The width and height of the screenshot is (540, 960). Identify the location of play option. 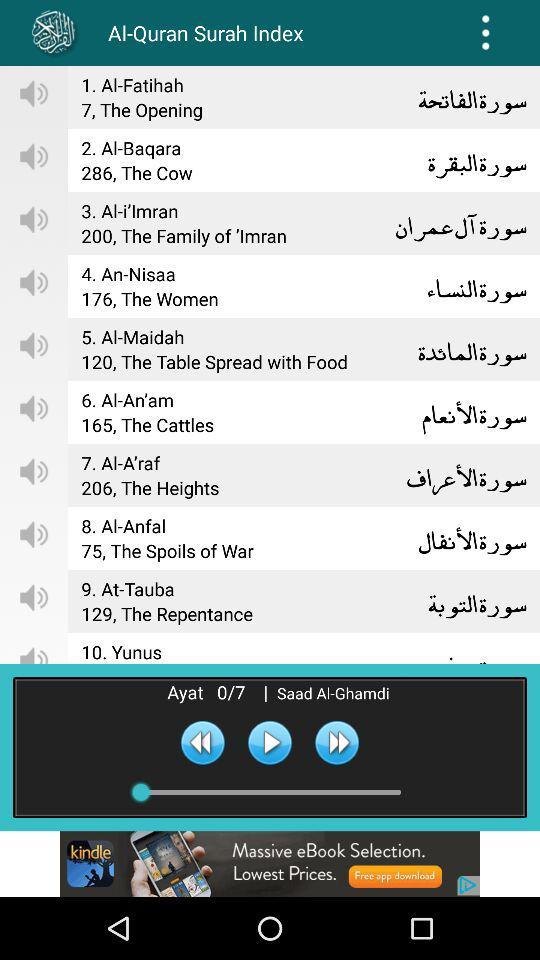
(270, 741).